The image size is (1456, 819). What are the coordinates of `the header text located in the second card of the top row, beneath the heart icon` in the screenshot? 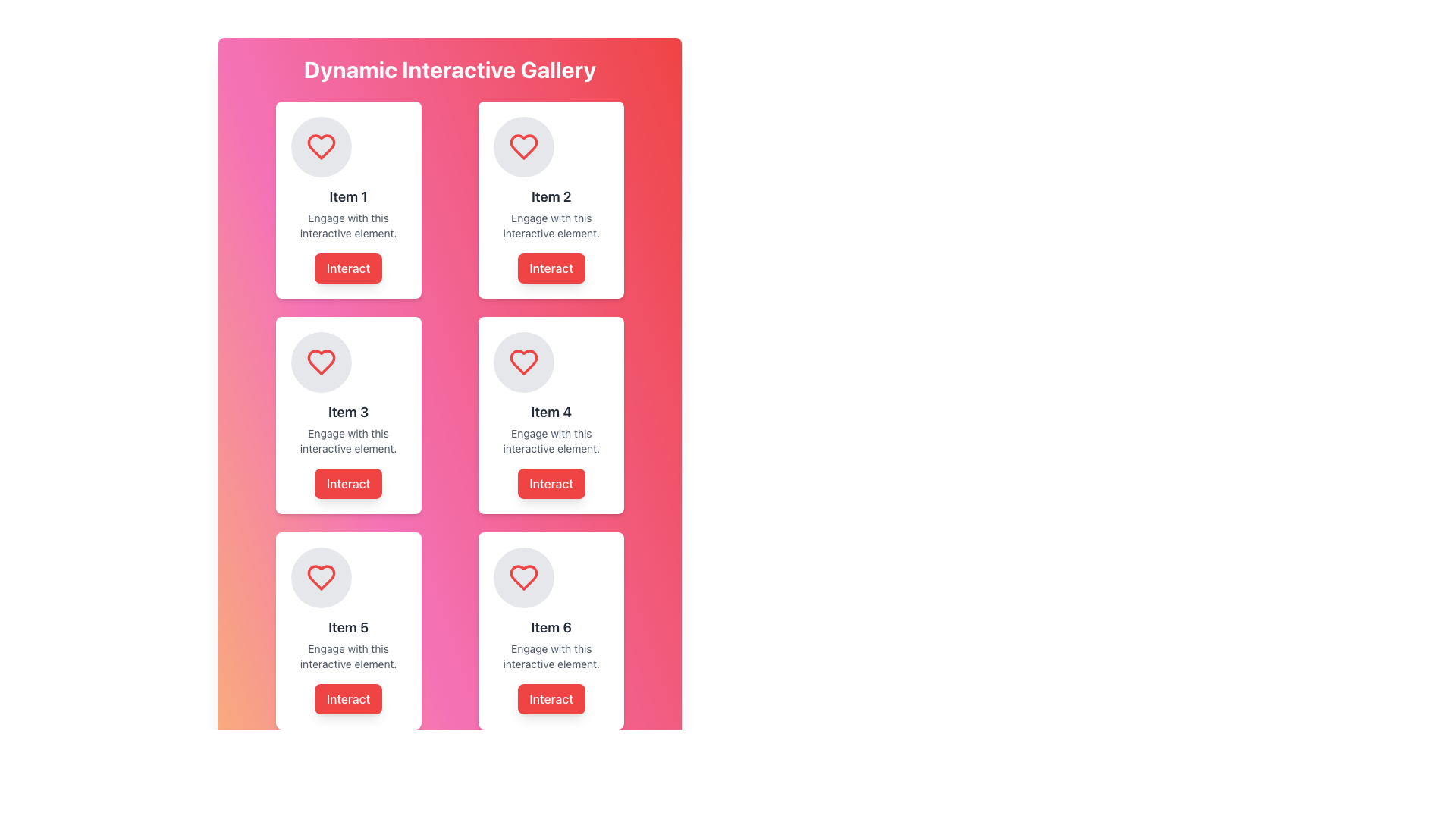 It's located at (551, 196).